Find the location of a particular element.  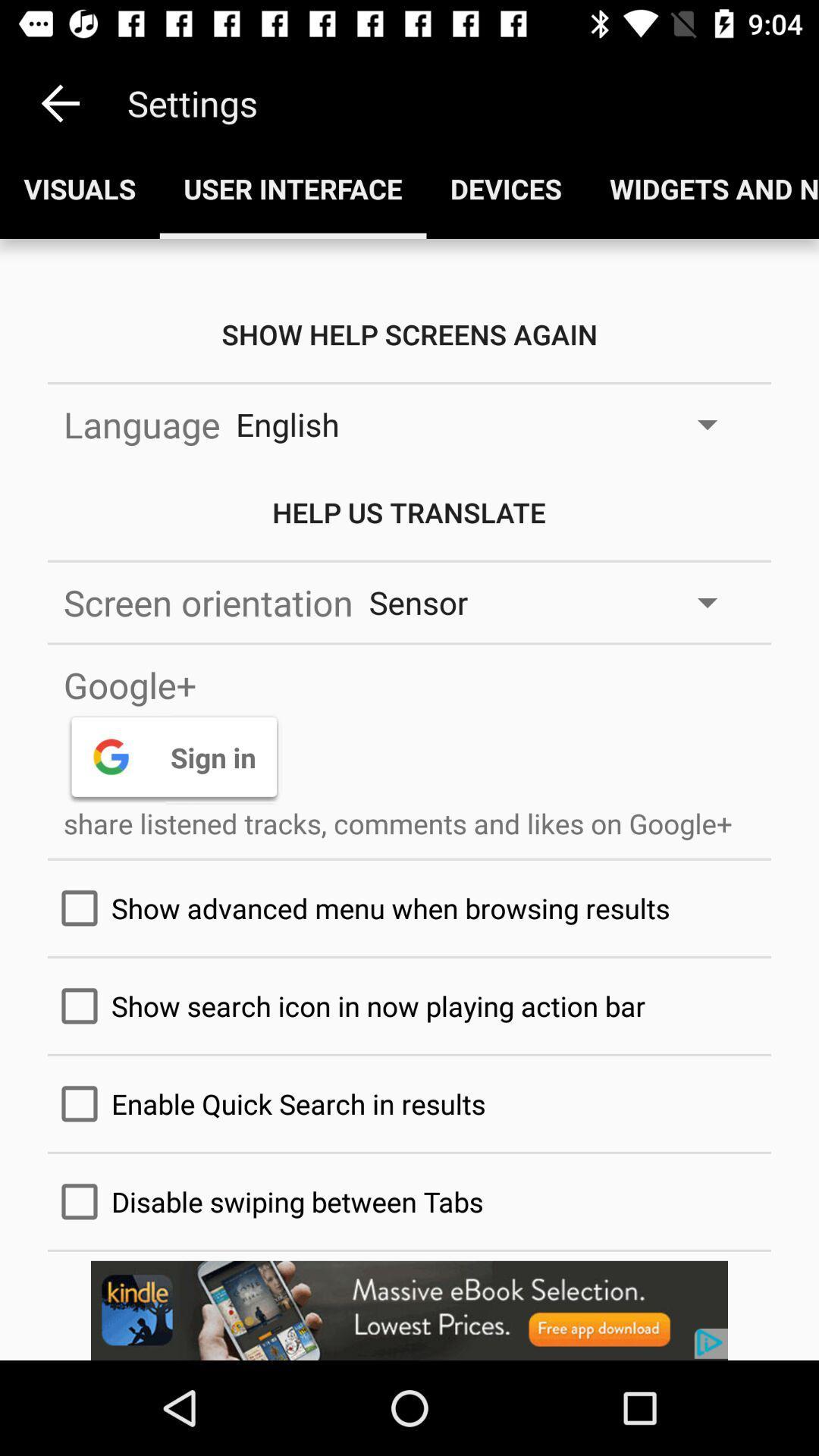

the devices text option is located at coordinates (506, 188).